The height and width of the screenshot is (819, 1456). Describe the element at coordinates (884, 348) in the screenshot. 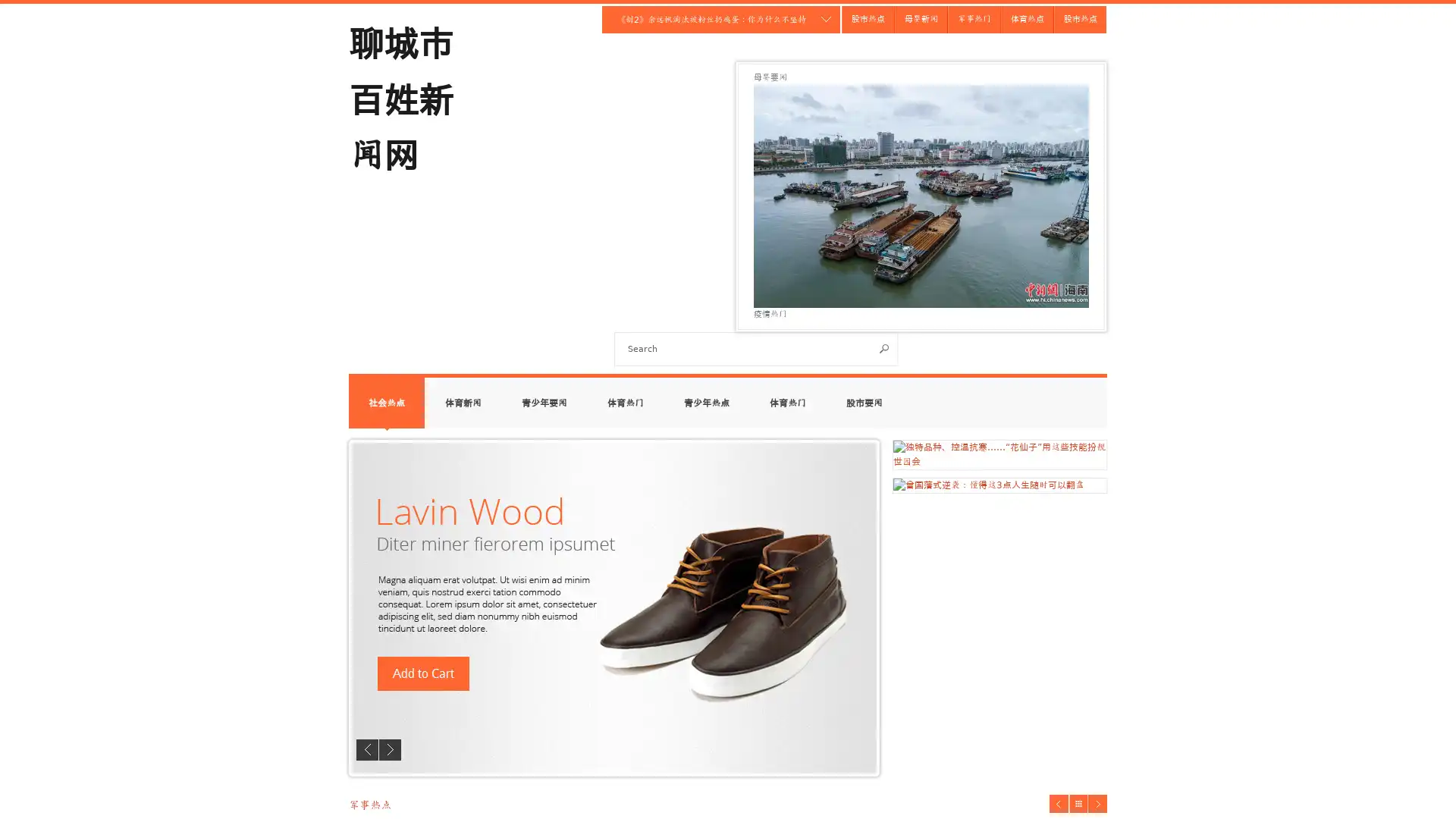

I see `Search` at that location.